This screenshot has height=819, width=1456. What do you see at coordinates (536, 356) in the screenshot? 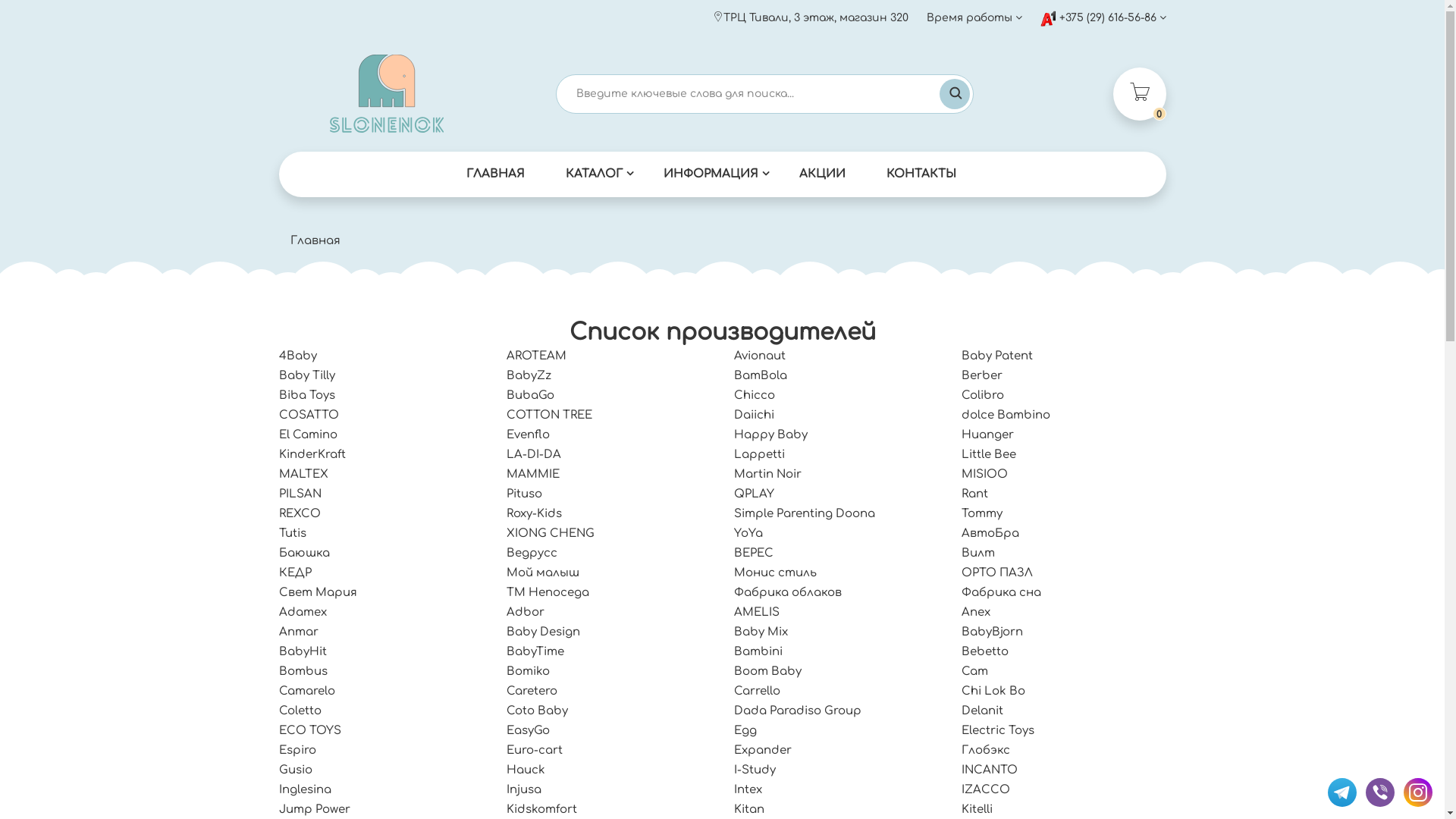
I see `'AROTEAM'` at bounding box center [536, 356].